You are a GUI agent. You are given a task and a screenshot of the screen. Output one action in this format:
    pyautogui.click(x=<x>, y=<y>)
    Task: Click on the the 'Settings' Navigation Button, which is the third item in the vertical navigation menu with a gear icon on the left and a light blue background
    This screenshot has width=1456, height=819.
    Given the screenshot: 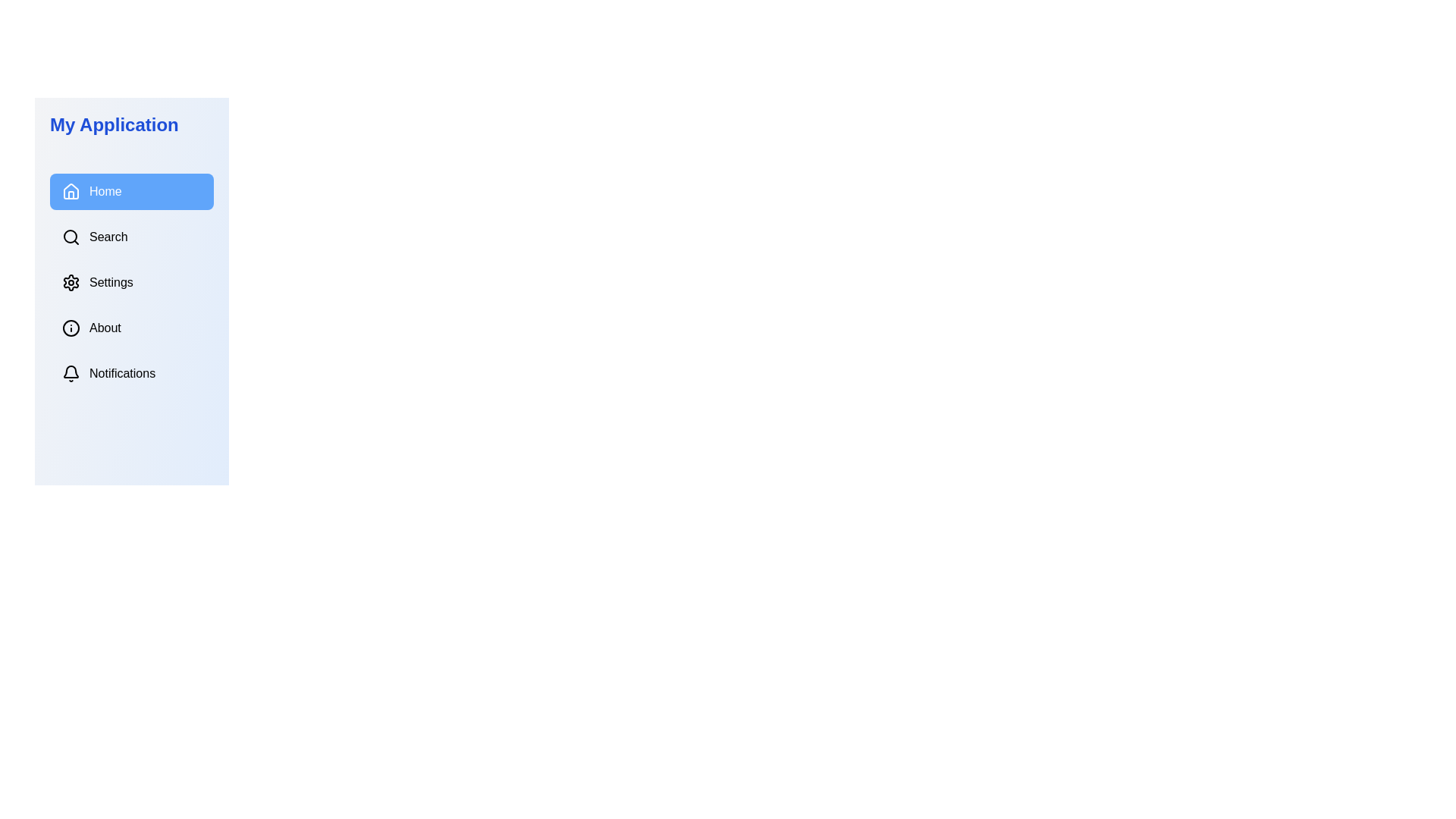 What is the action you would take?
    pyautogui.click(x=131, y=283)
    